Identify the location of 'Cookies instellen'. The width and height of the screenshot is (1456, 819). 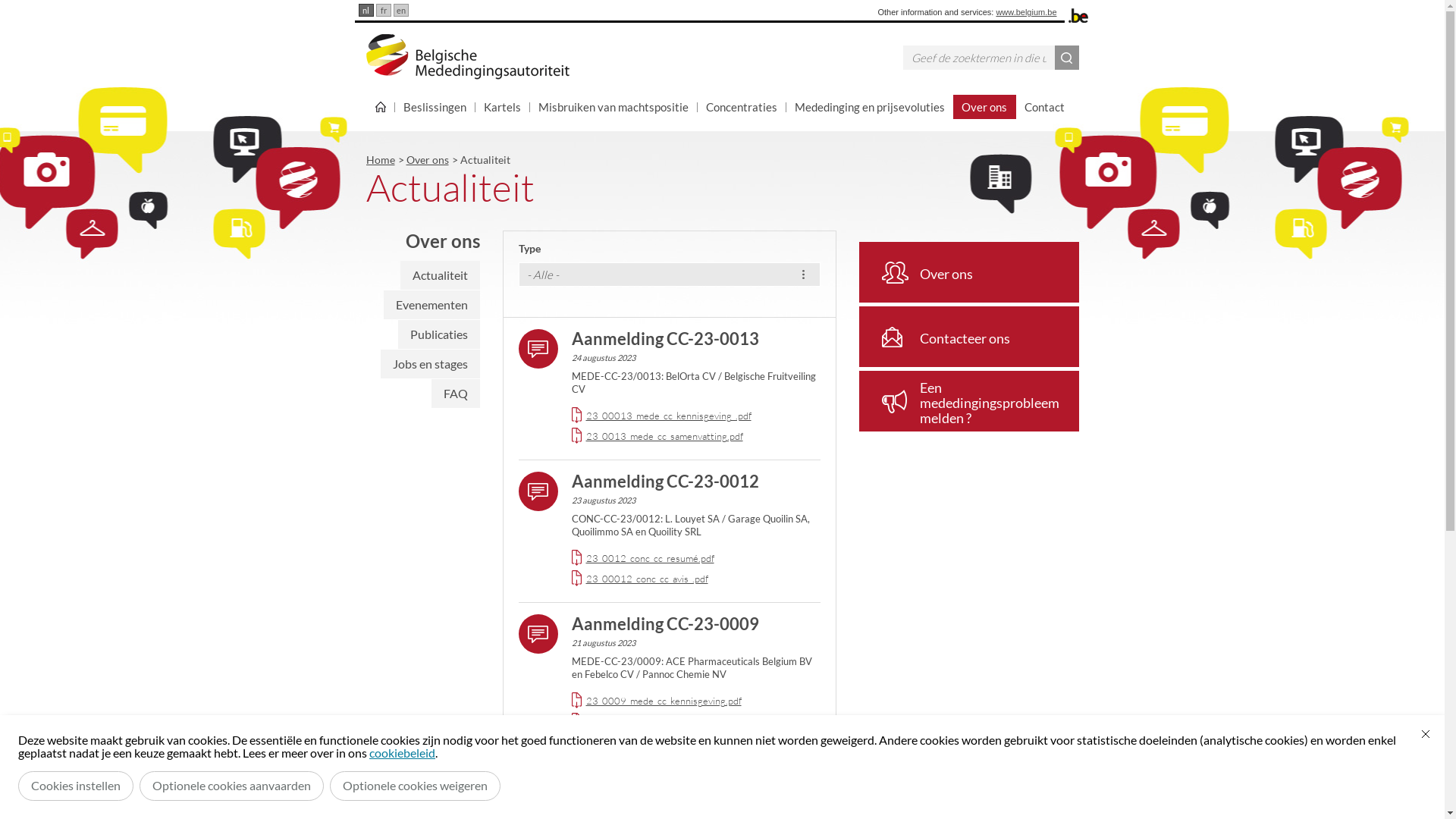
(75, 785).